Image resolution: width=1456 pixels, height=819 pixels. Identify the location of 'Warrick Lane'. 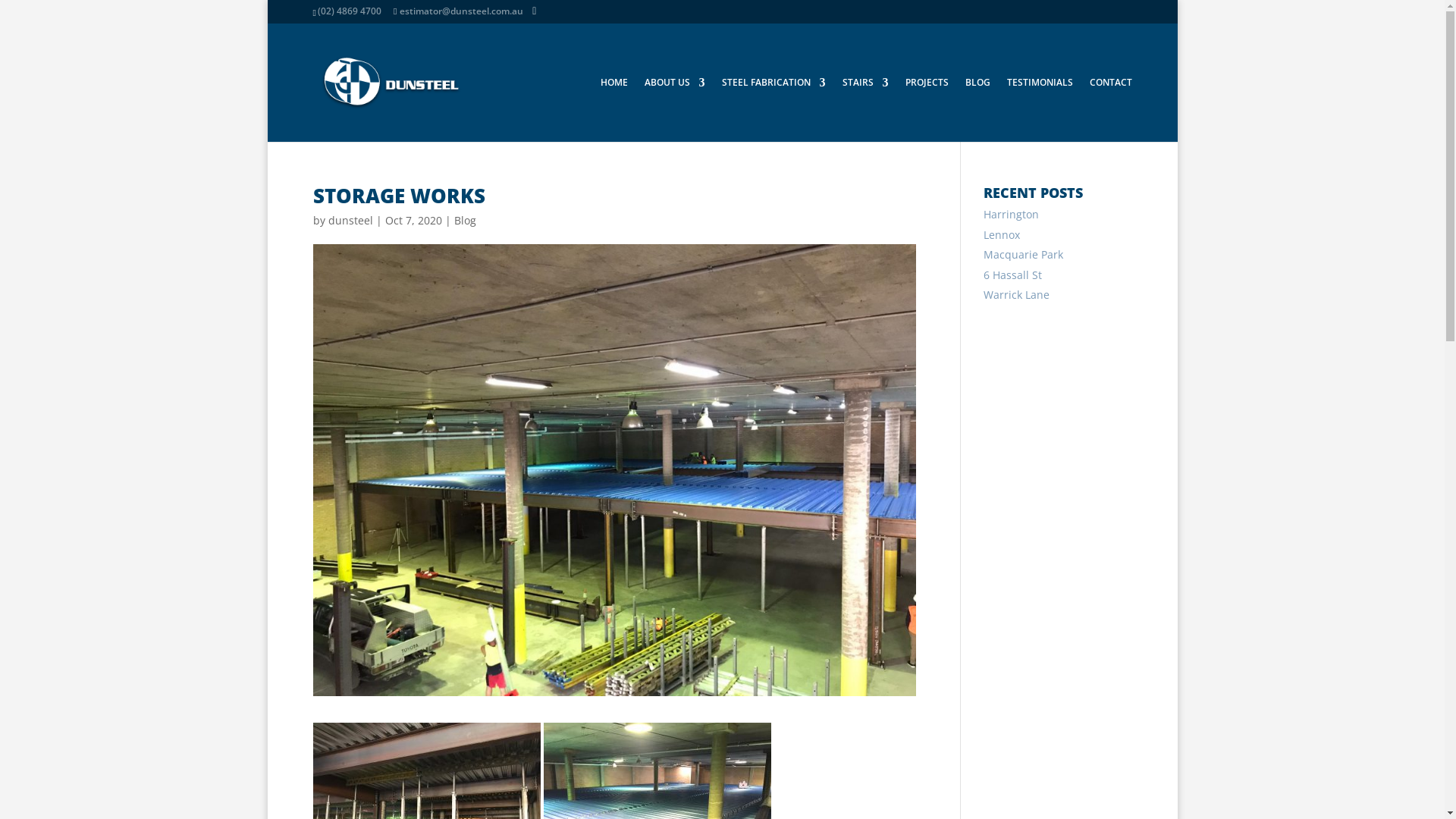
(1016, 294).